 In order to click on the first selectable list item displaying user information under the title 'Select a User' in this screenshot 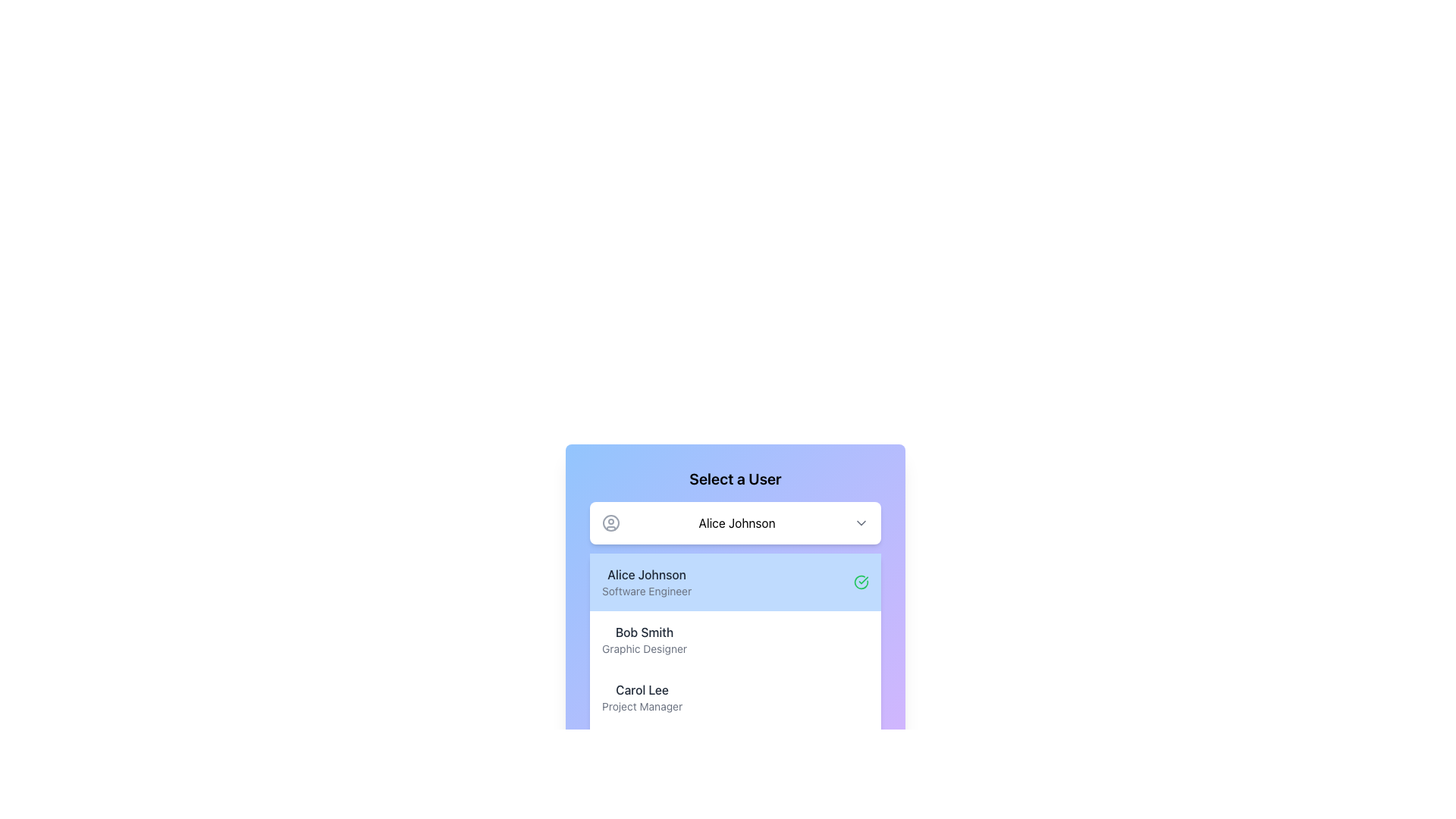, I will do `click(647, 581)`.